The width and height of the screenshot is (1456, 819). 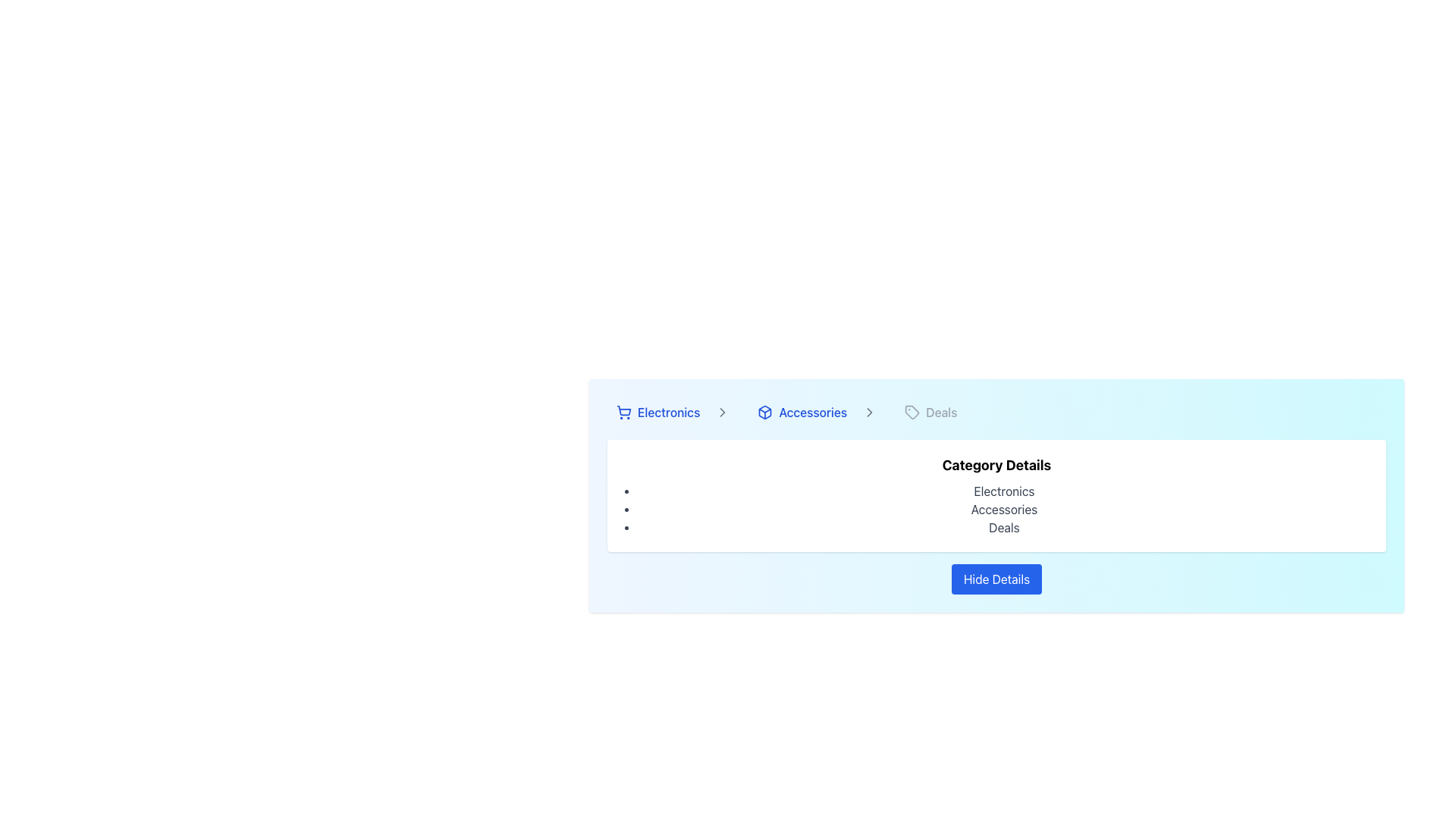 I want to click on the 'Deals' breadcrumb navigation link, which is the third item in the breadcrumb bar and styled in medium gray, so click(x=930, y=412).